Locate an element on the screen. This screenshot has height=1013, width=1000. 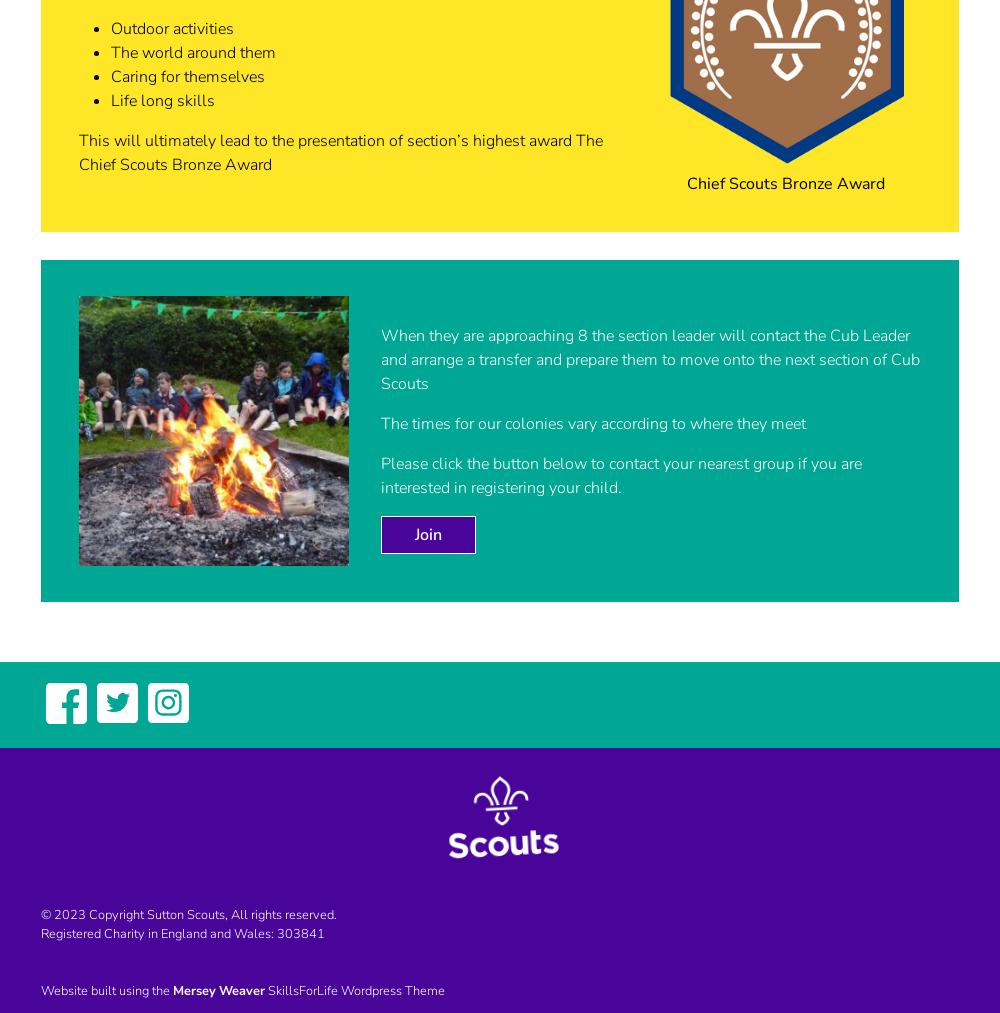
'Join' is located at coordinates (428, 533).